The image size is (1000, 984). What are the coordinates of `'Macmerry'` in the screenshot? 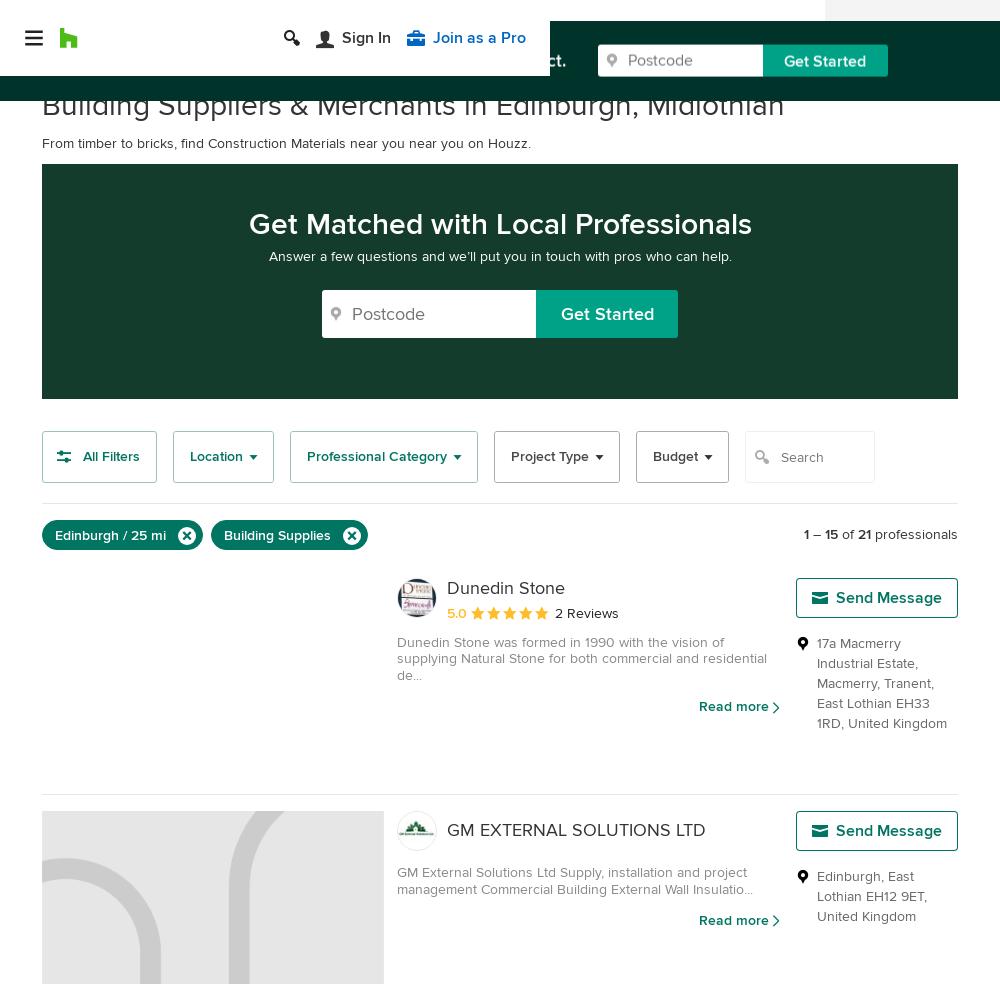 It's located at (816, 683).